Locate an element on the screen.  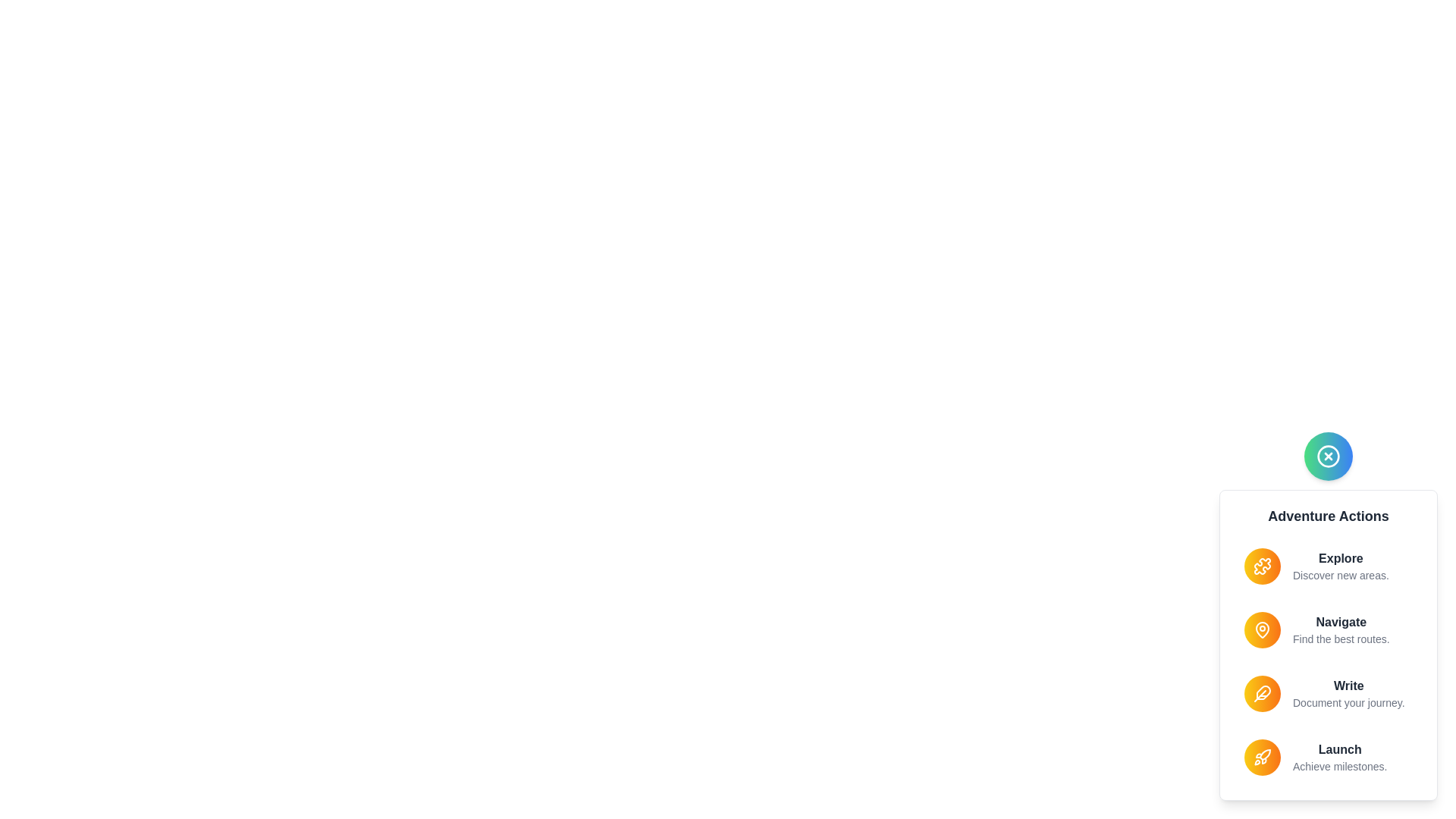
floating action button to toggle the speed dial menu is located at coordinates (1328, 455).